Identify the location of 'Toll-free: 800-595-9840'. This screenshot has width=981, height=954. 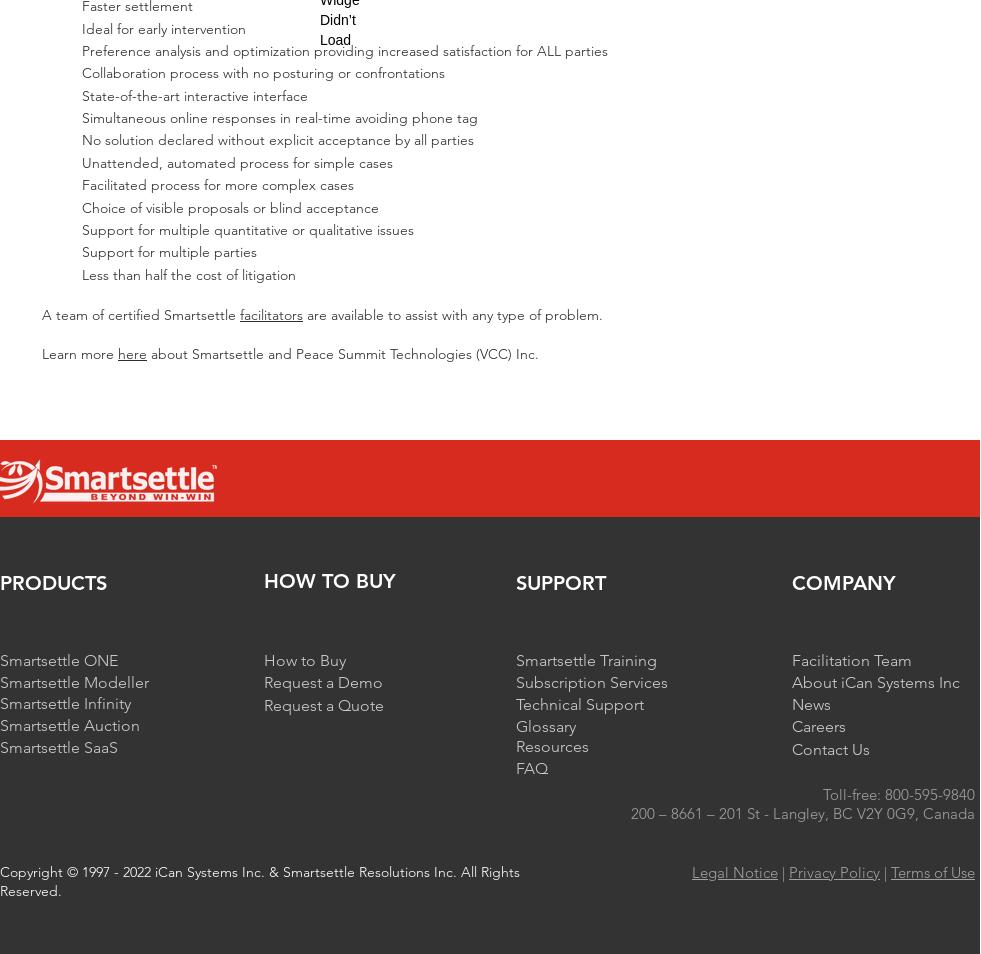
(898, 793).